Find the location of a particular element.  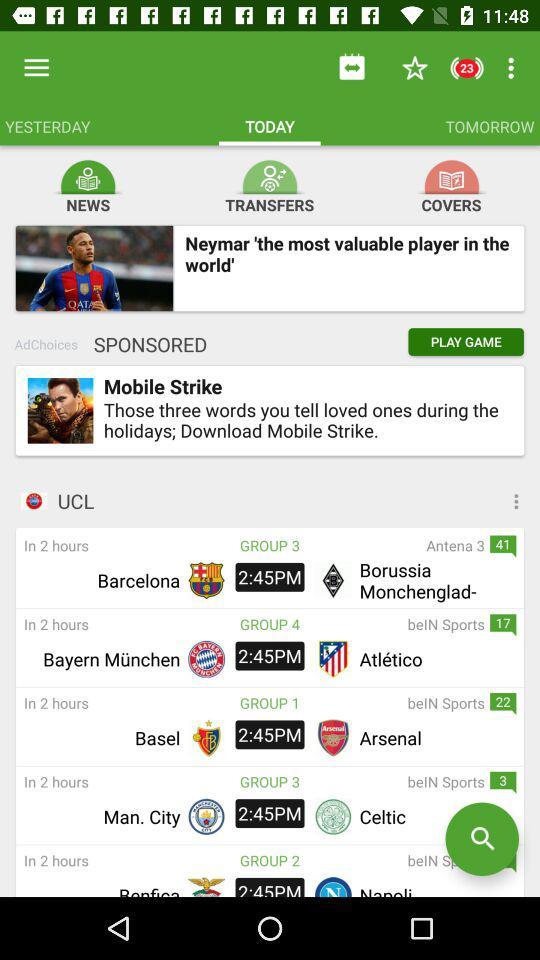

item to the left of the play game icon is located at coordinates (144, 344).